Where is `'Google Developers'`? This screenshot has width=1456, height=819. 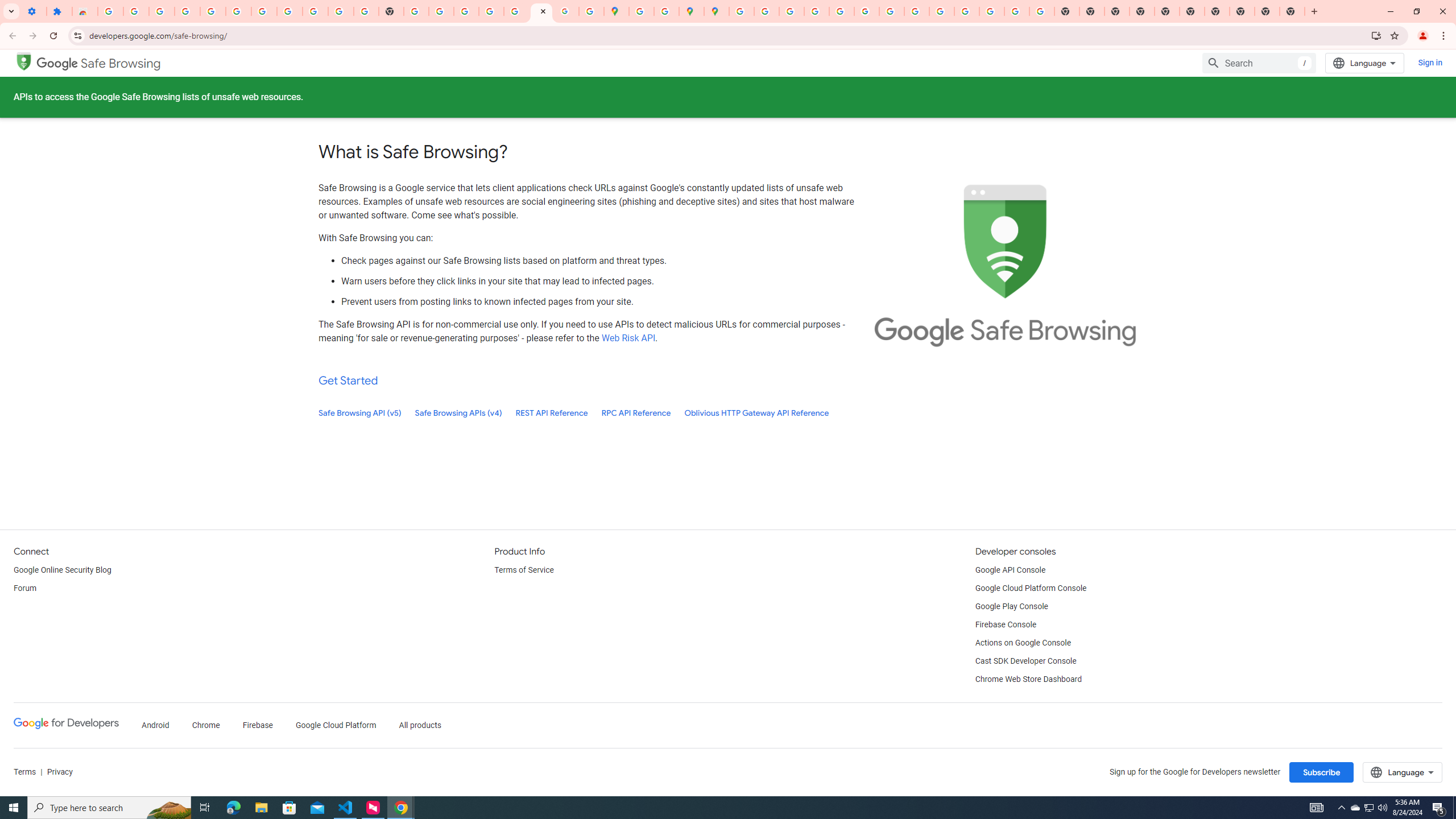
'Google Developers' is located at coordinates (65, 725).